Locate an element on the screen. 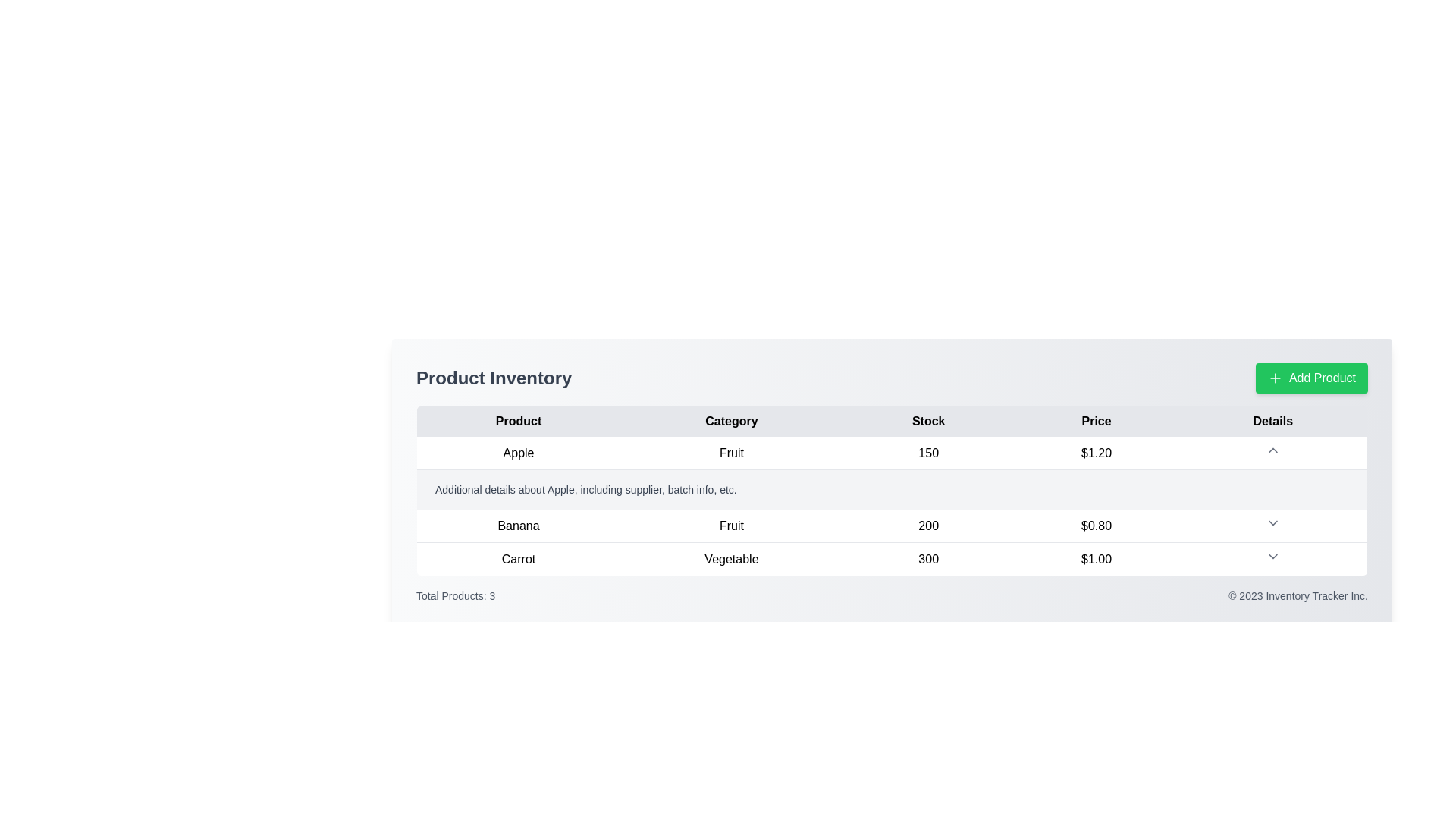 Image resolution: width=1456 pixels, height=819 pixels. the downward-facing chevron button in the details column of the third row (Carrot) in the table is located at coordinates (1272, 556).